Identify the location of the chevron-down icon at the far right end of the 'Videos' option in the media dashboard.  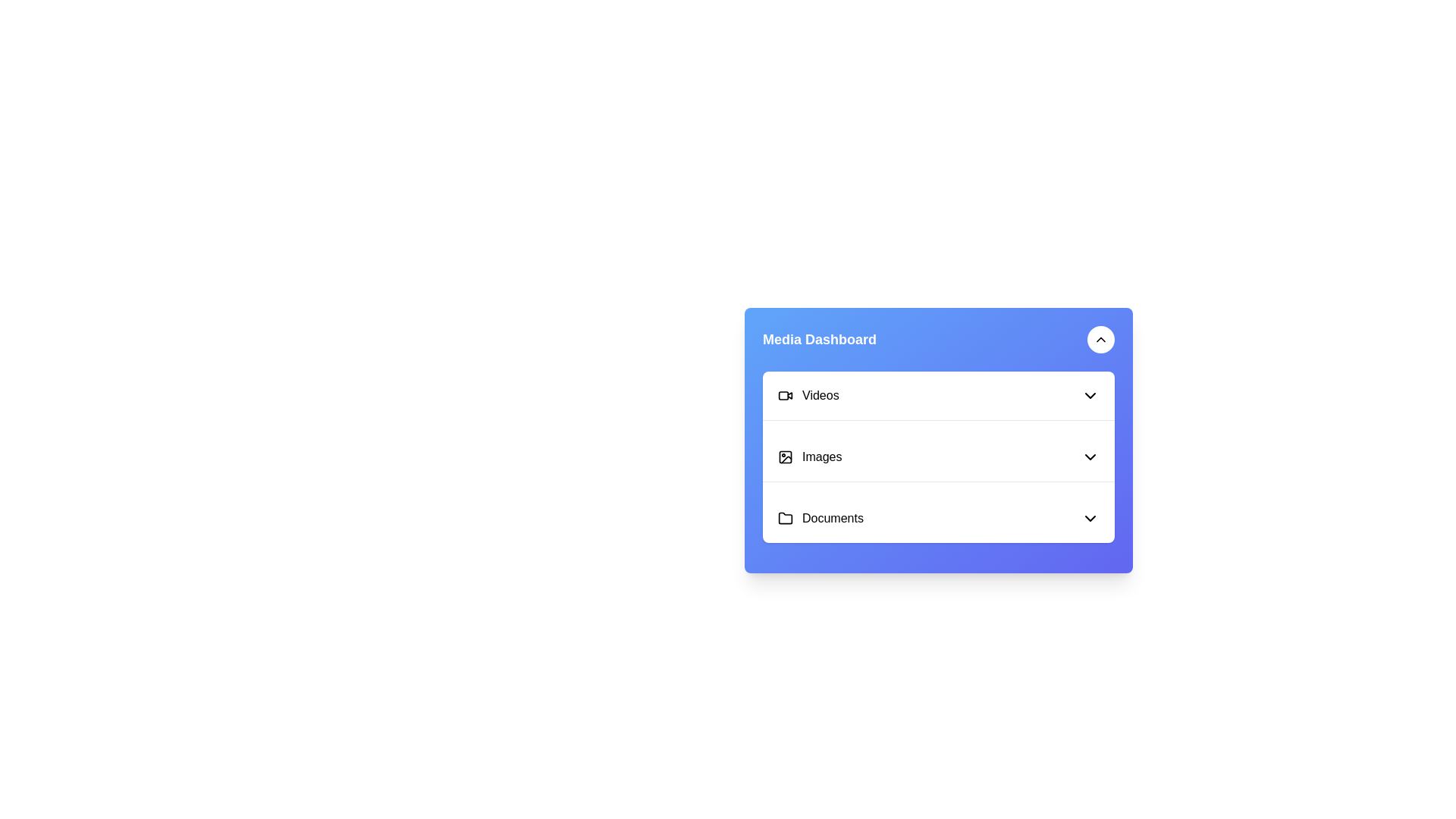
(1090, 394).